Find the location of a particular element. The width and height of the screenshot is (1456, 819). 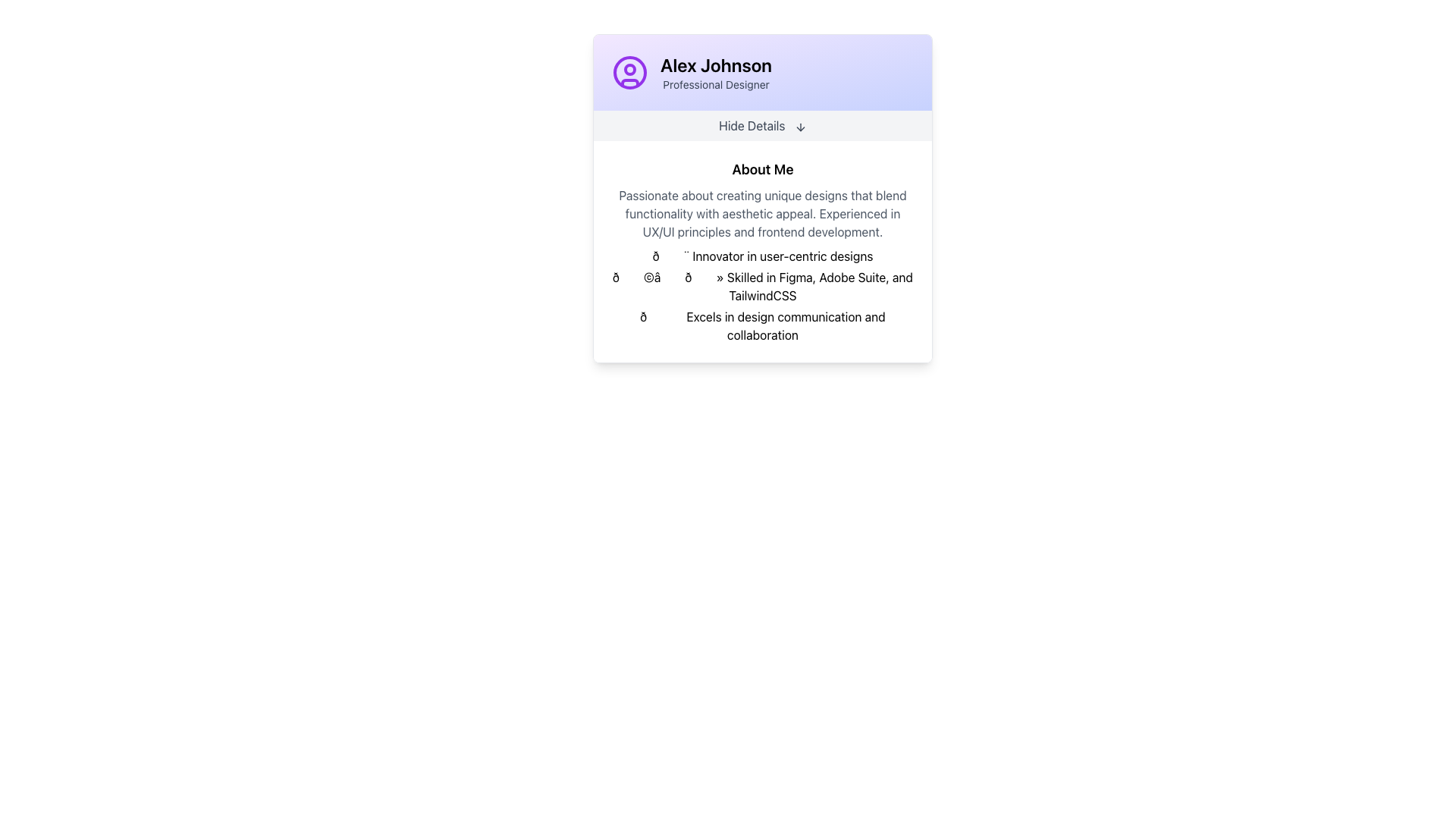

the text label that reads 'Innovator in user-centric designs.' which is the first line below the 'About Me' section title in the card is located at coordinates (763, 256).